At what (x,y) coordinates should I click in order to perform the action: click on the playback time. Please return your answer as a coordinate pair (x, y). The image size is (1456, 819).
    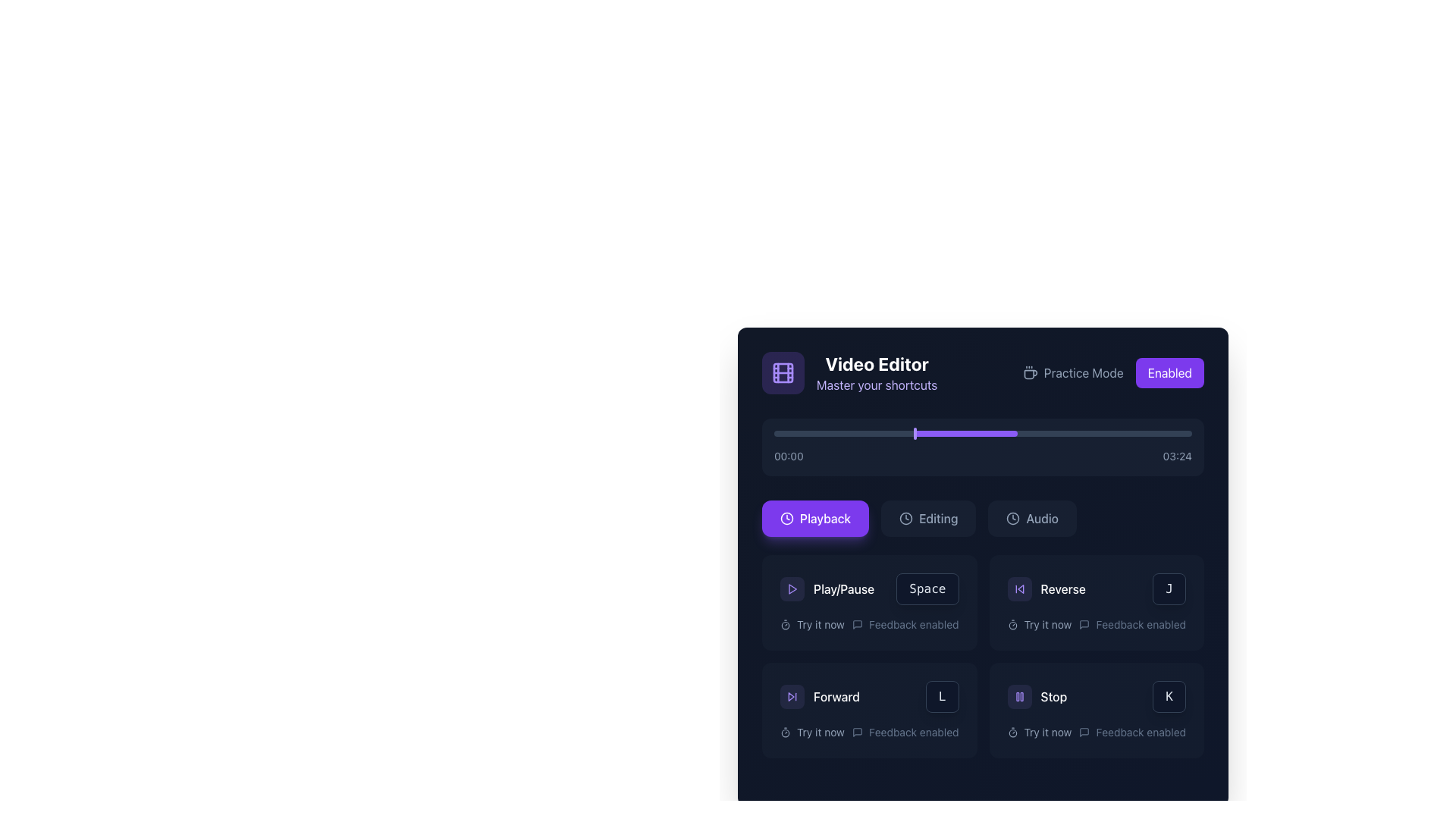
    Looking at the image, I should click on (1062, 433).